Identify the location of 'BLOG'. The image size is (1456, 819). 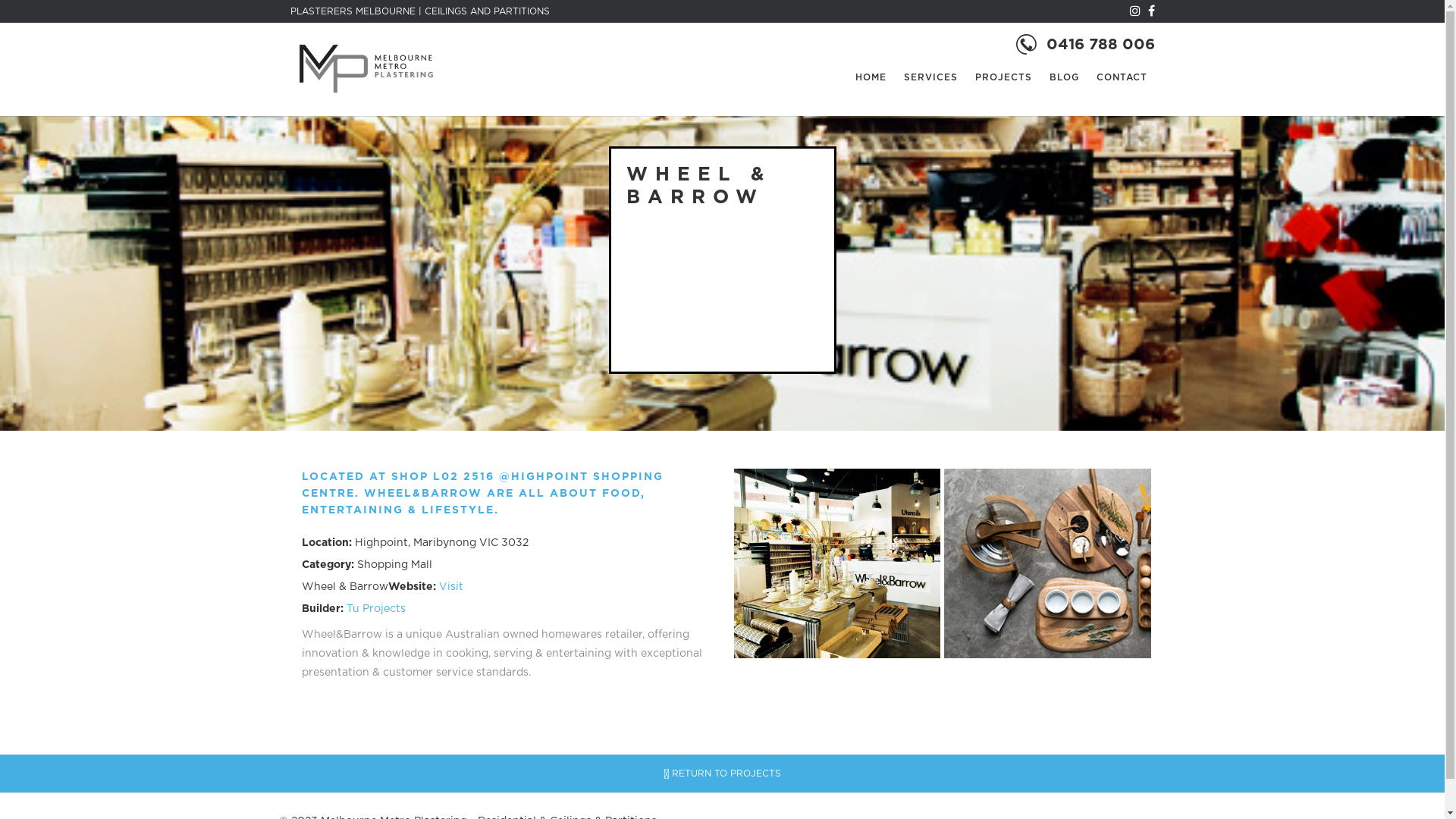
(1063, 77).